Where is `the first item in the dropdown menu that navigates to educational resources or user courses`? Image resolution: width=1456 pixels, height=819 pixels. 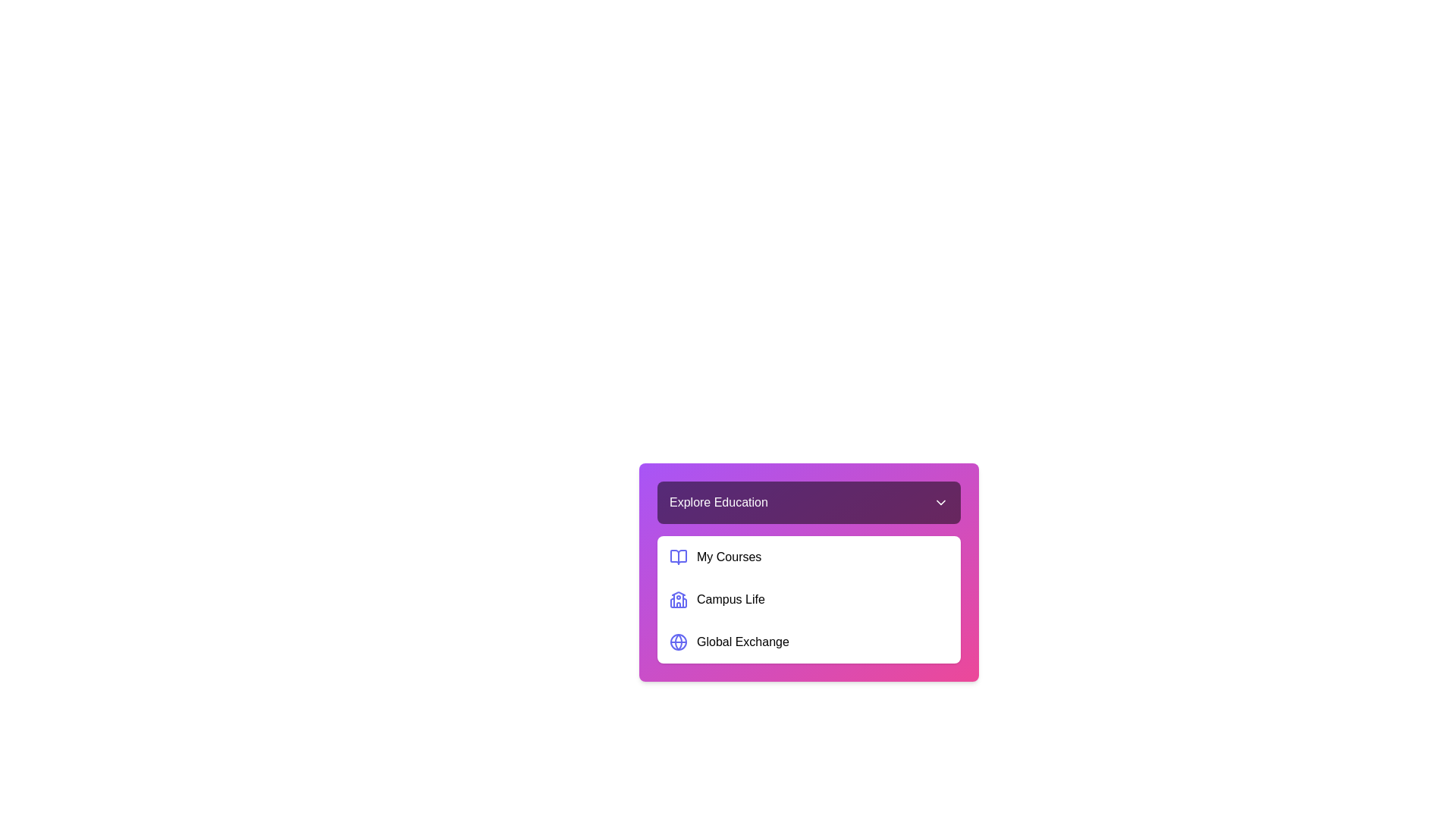
the first item in the dropdown menu that navigates to educational resources or user courses is located at coordinates (808, 557).